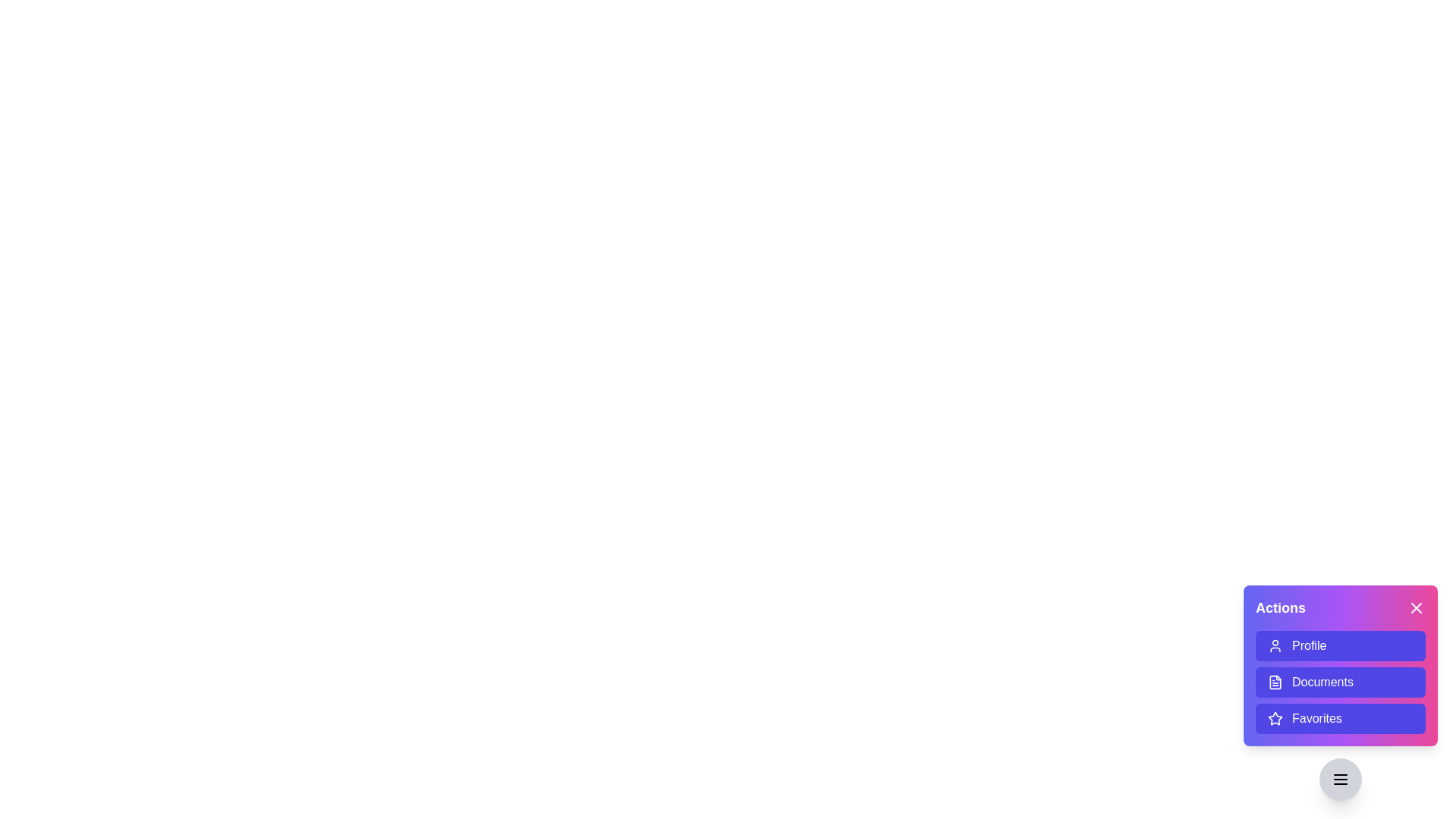 This screenshot has width=1456, height=819. I want to click on the circular menu button located at the bottom-right corner of the 'Actions' panel, which has three horizontal black lines on a neutral gray background, so click(1340, 780).